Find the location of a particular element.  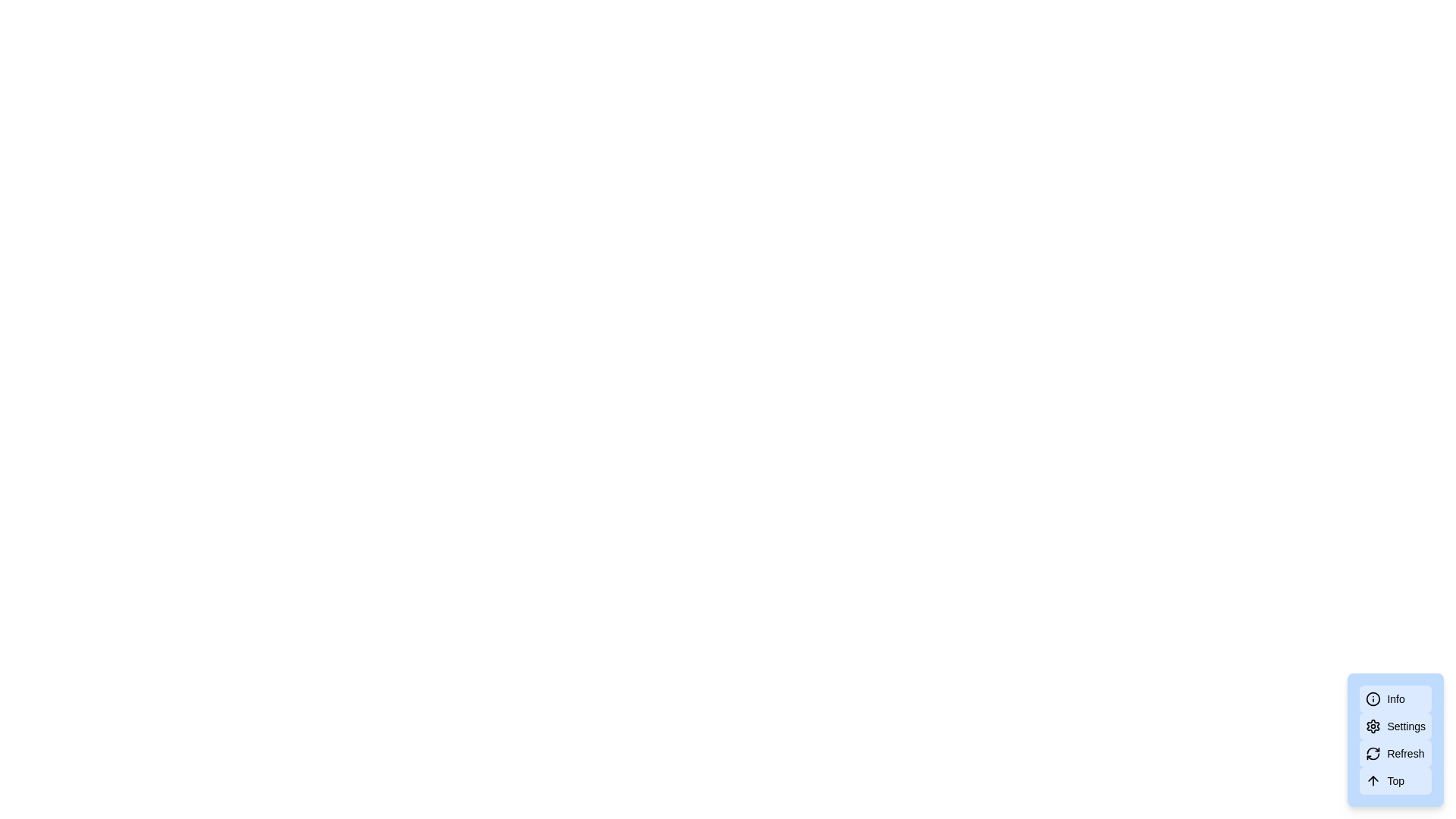

the circular refresh arrow icon located next to the 'Refresh' button in the bottom-right vertical menu is located at coordinates (1373, 754).